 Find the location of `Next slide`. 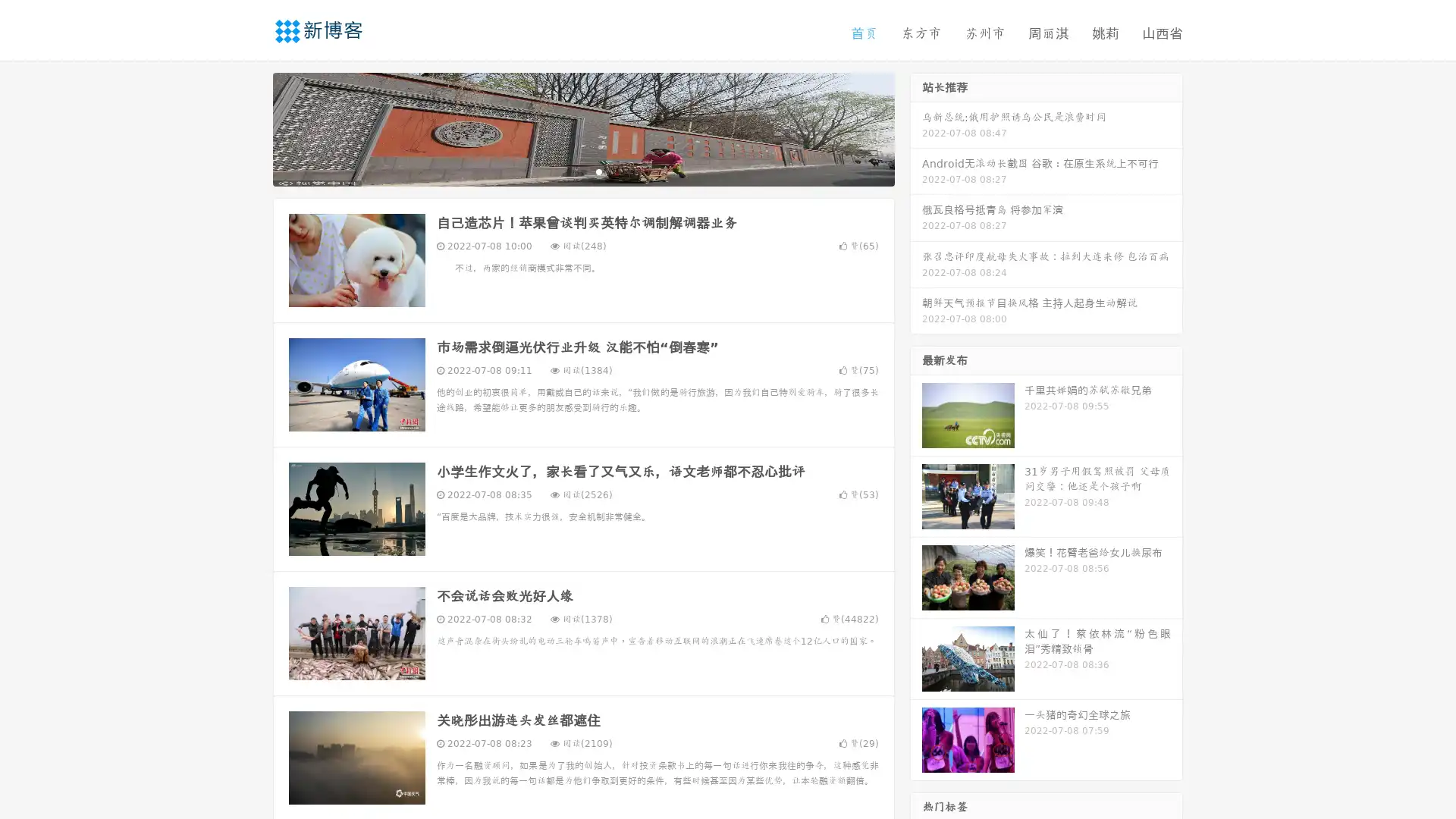

Next slide is located at coordinates (916, 127).